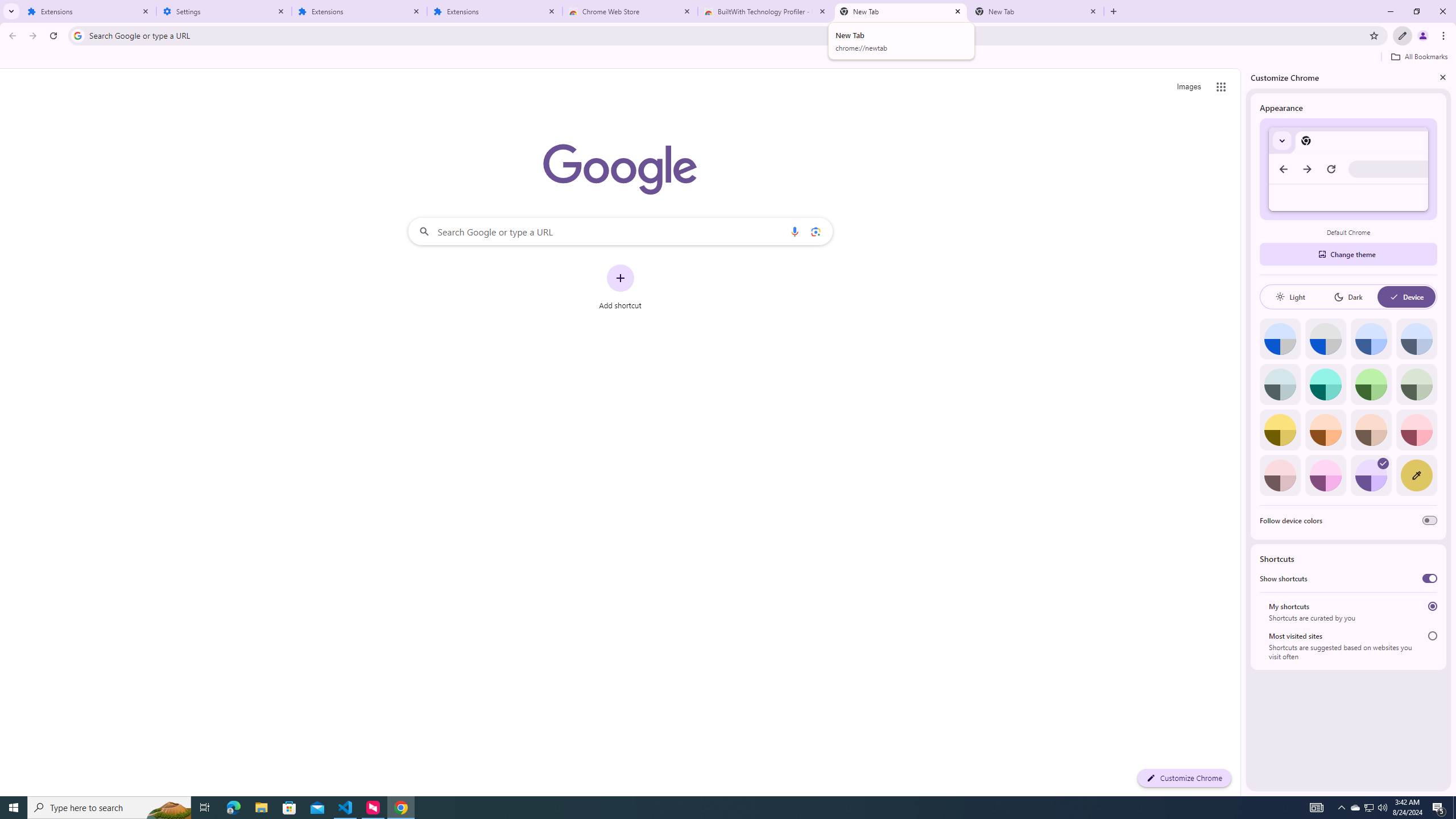 The width and height of the screenshot is (1456, 819). I want to click on 'Extensions', so click(359, 11).